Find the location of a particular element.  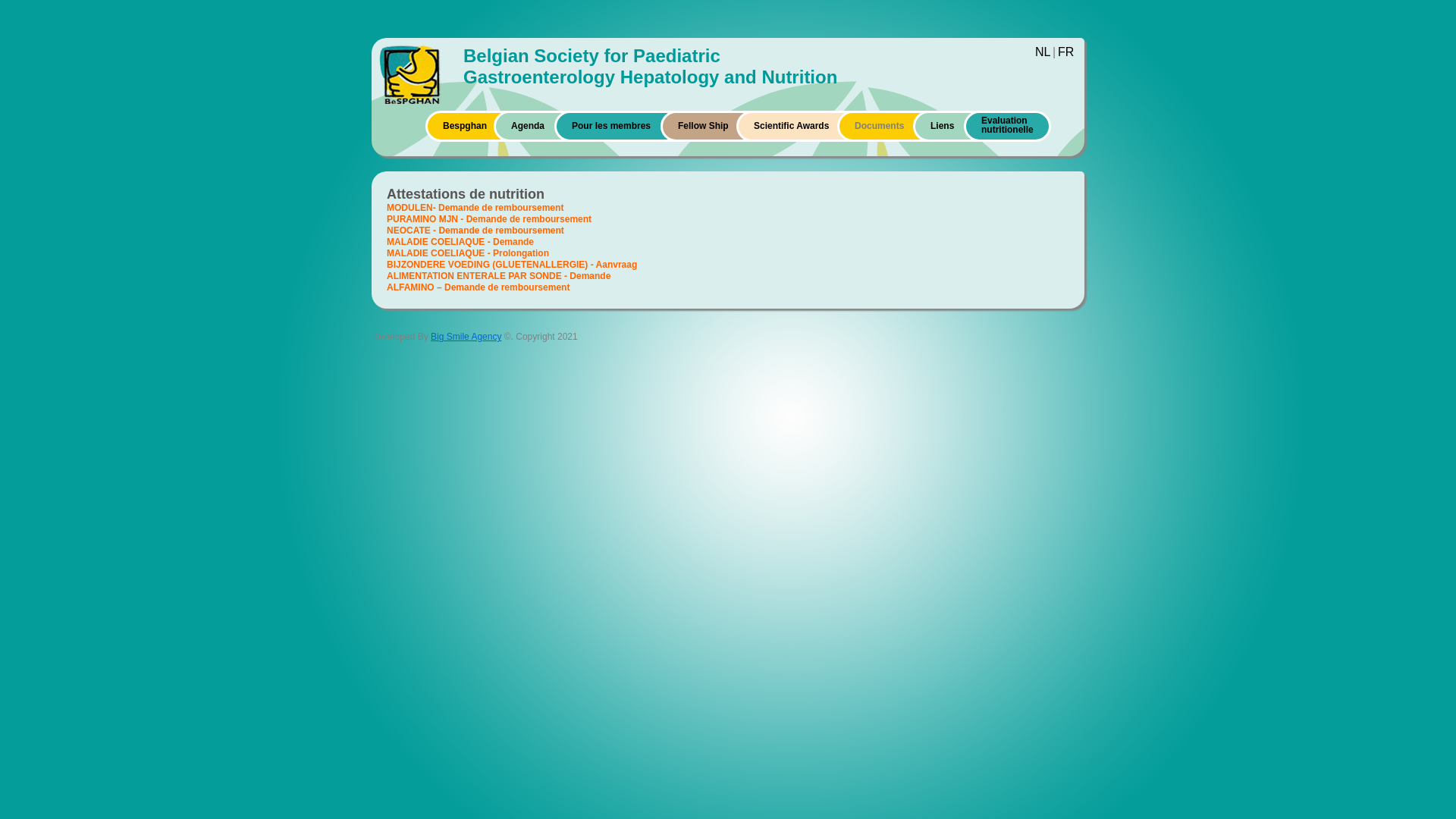

'ALIMENTATION ENTERALE PAR SONDE - Demande' is located at coordinates (498, 275).